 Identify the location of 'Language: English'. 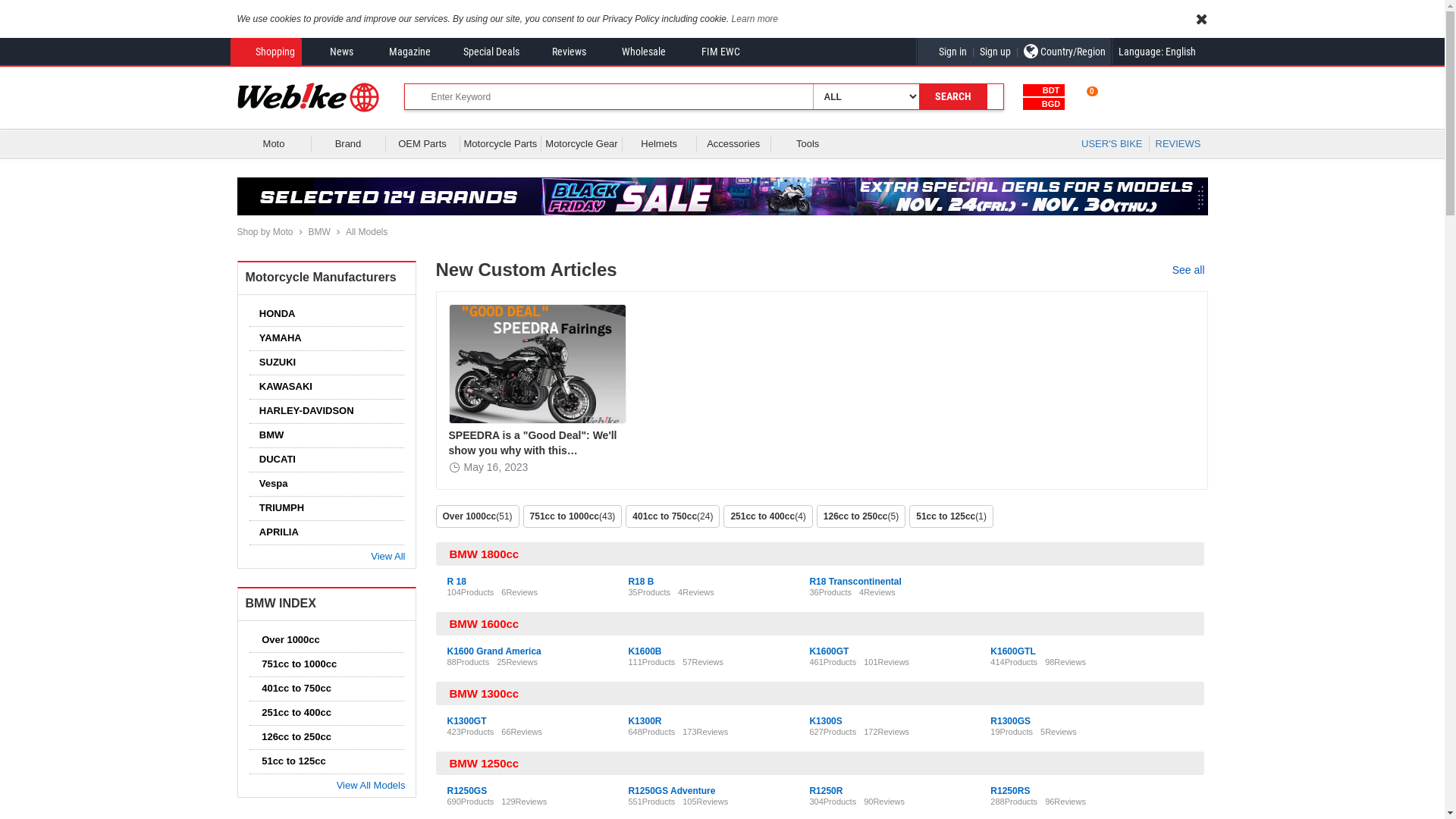
(1111, 51).